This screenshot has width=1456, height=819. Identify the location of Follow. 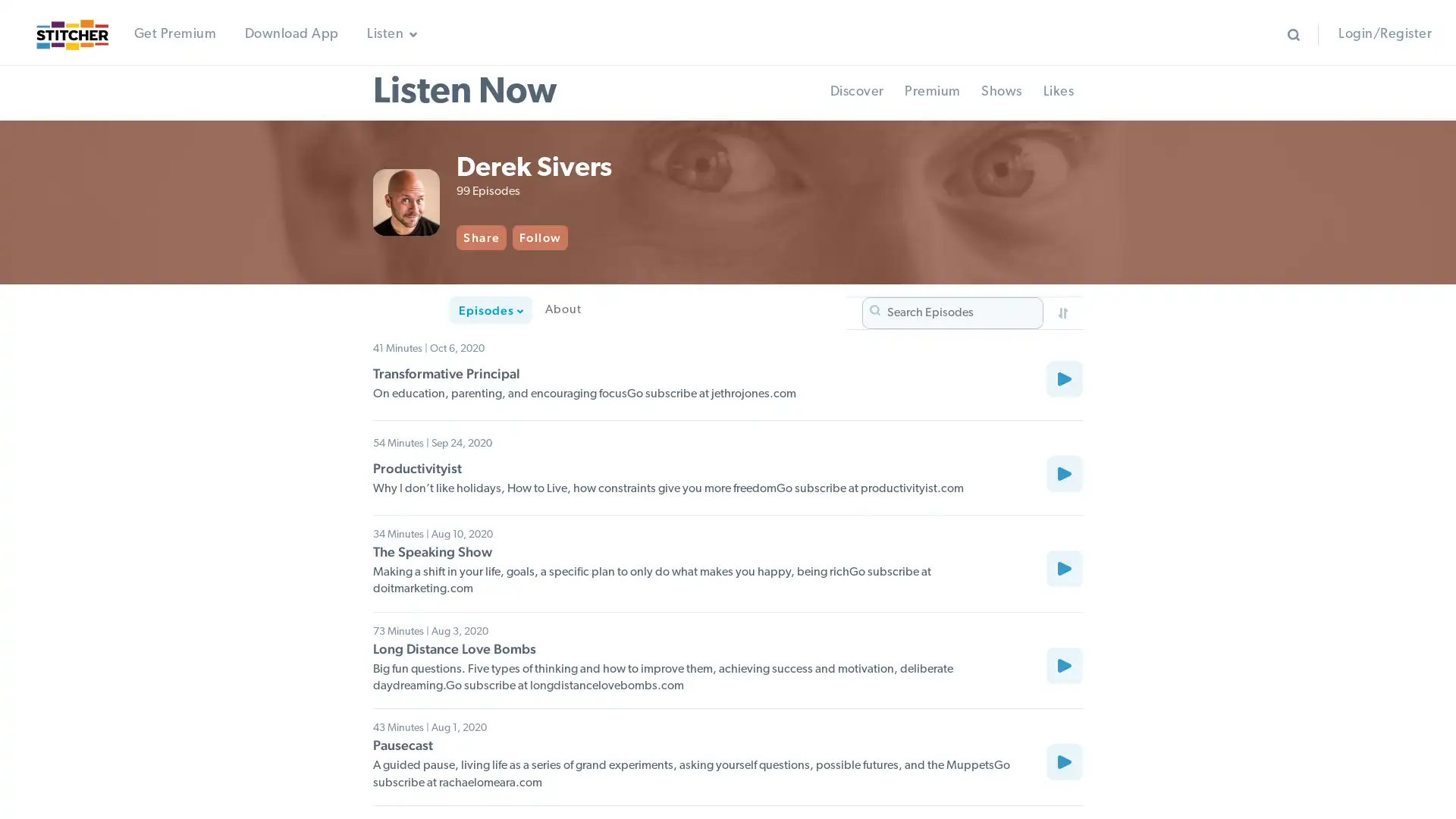
(605, 239).